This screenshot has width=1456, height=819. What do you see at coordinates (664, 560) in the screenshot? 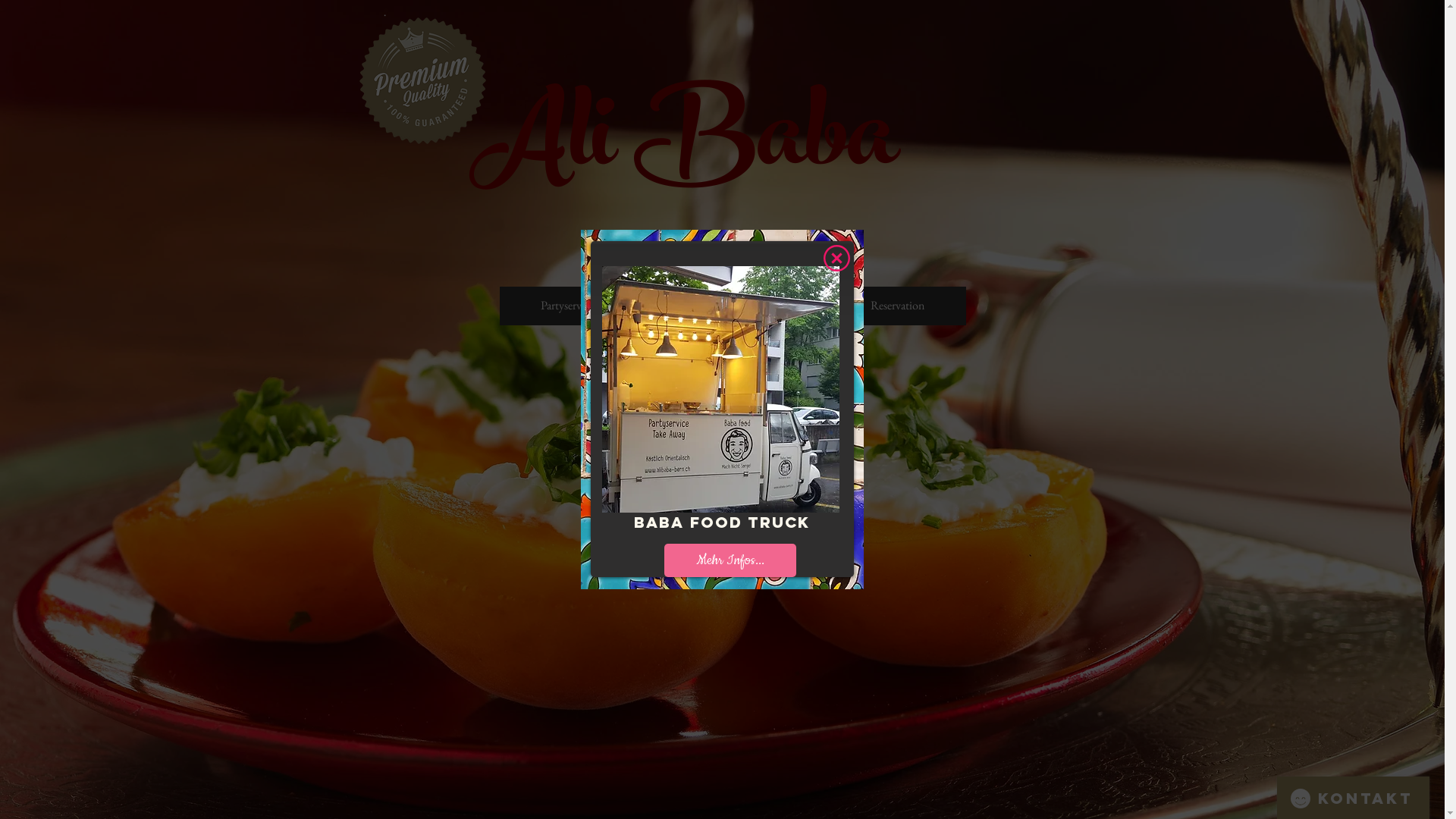
I see `'Mehr Infos...'` at bounding box center [664, 560].